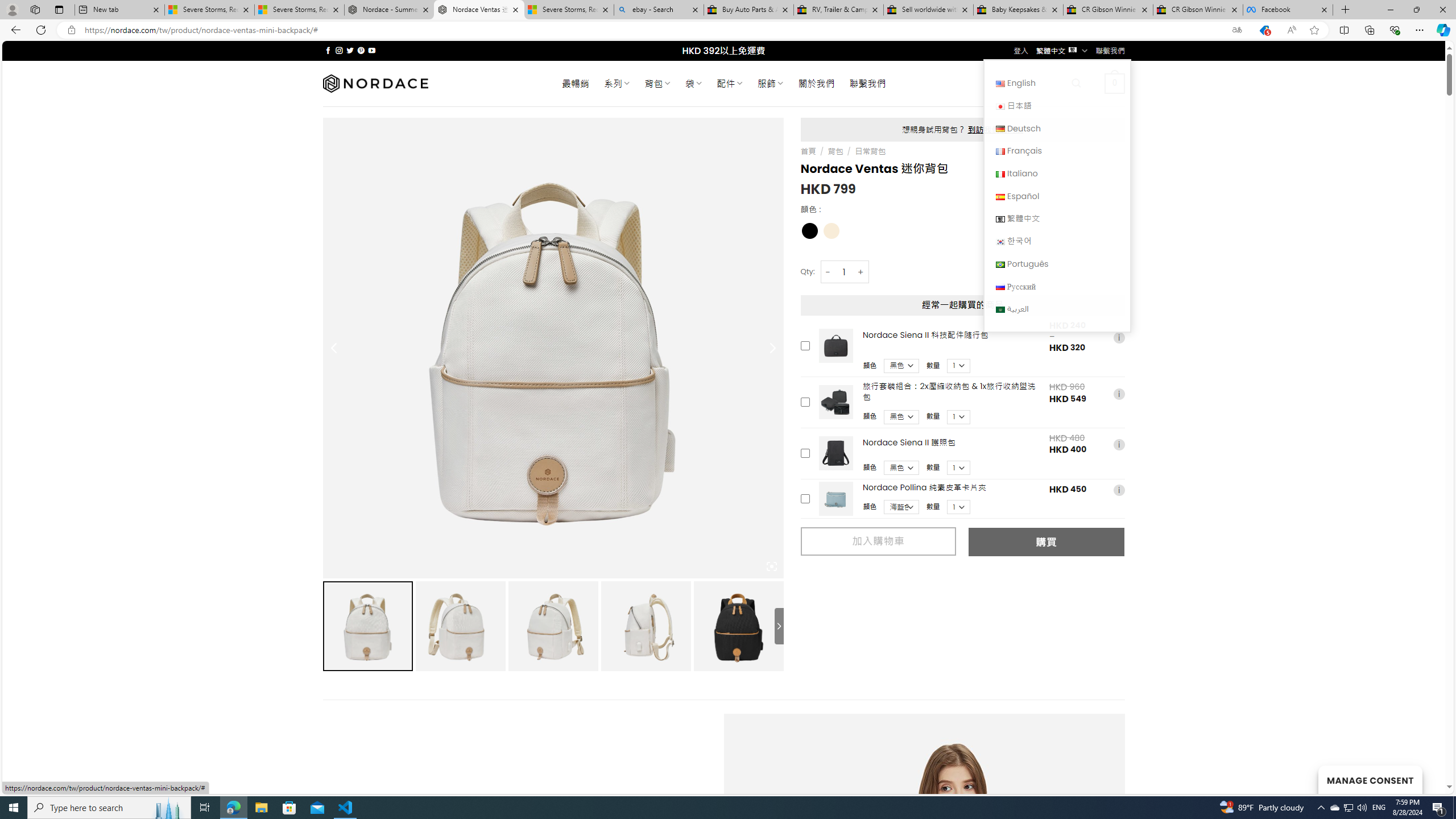  Describe the element at coordinates (828, 272) in the screenshot. I see `'-'` at that location.